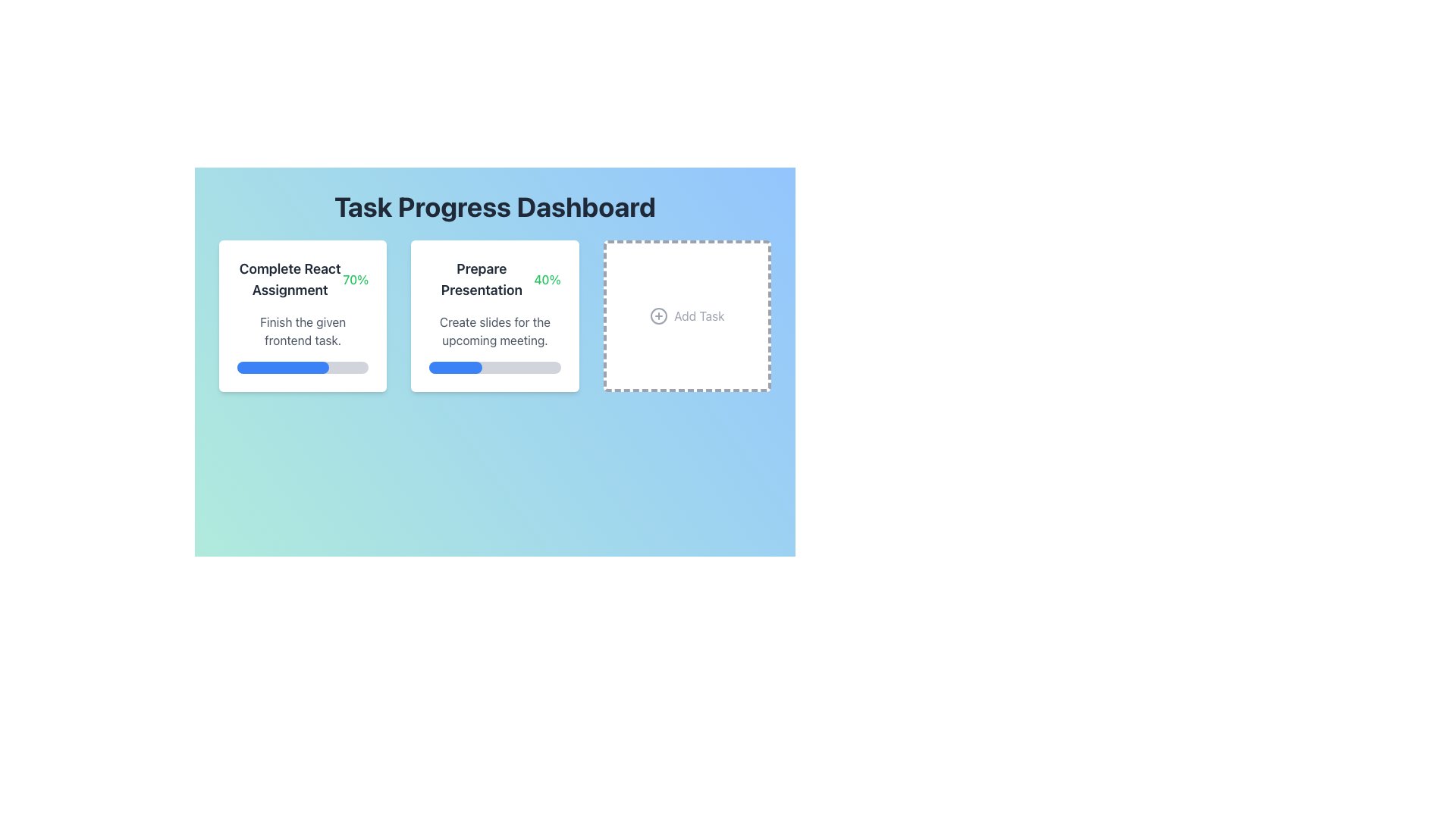 Image resolution: width=1456 pixels, height=819 pixels. What do you see at coordinates (659, 315) in the screenshot?
I see `the Circle (SVG) element that visually represents a part of the 'Add Task' icon, which is located near the right side of the layout` at bounding box center [659, 315].